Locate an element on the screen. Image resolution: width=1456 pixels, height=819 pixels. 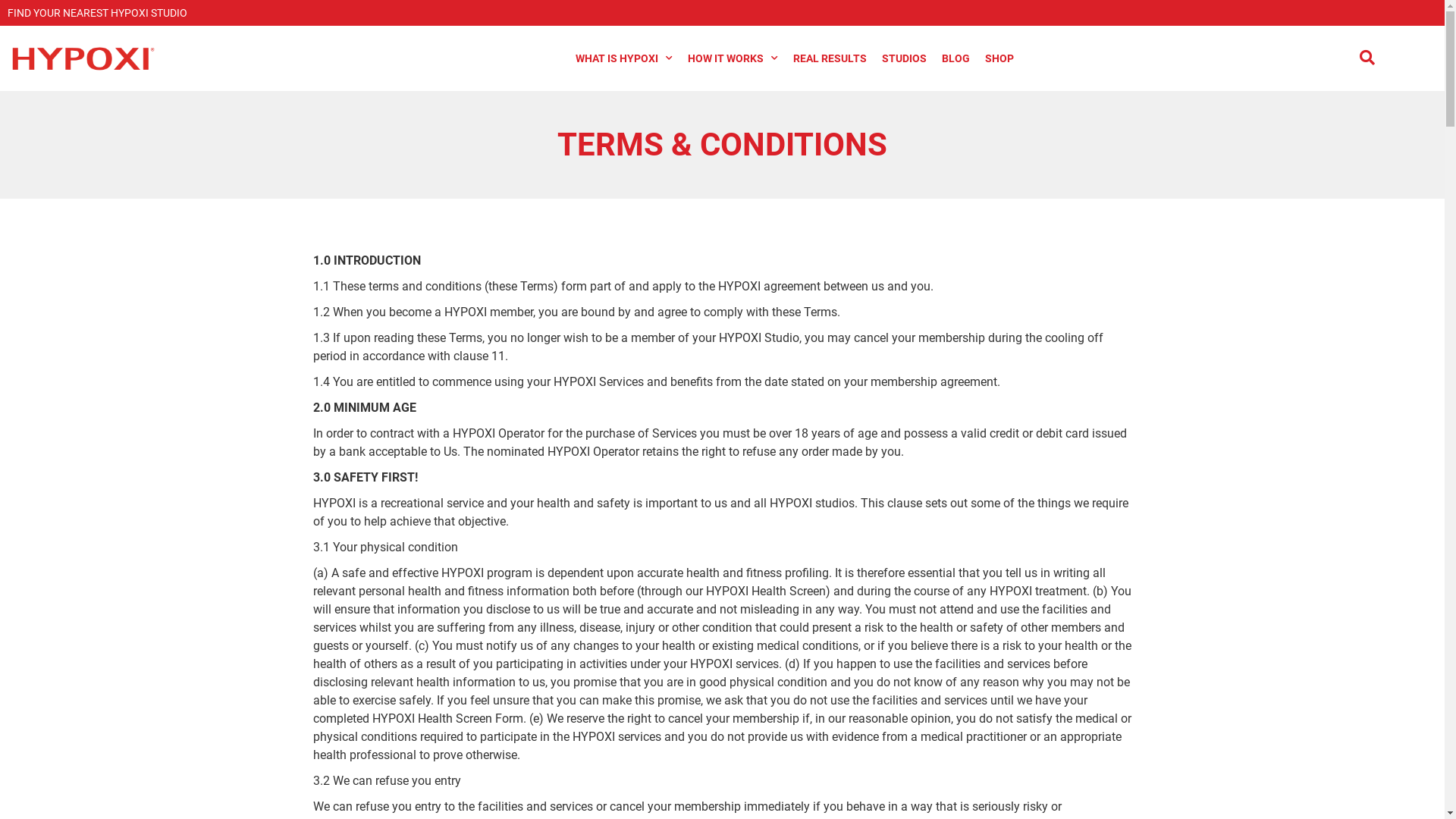
'HOW IT WORKS' is located at coordinates (733, 58).